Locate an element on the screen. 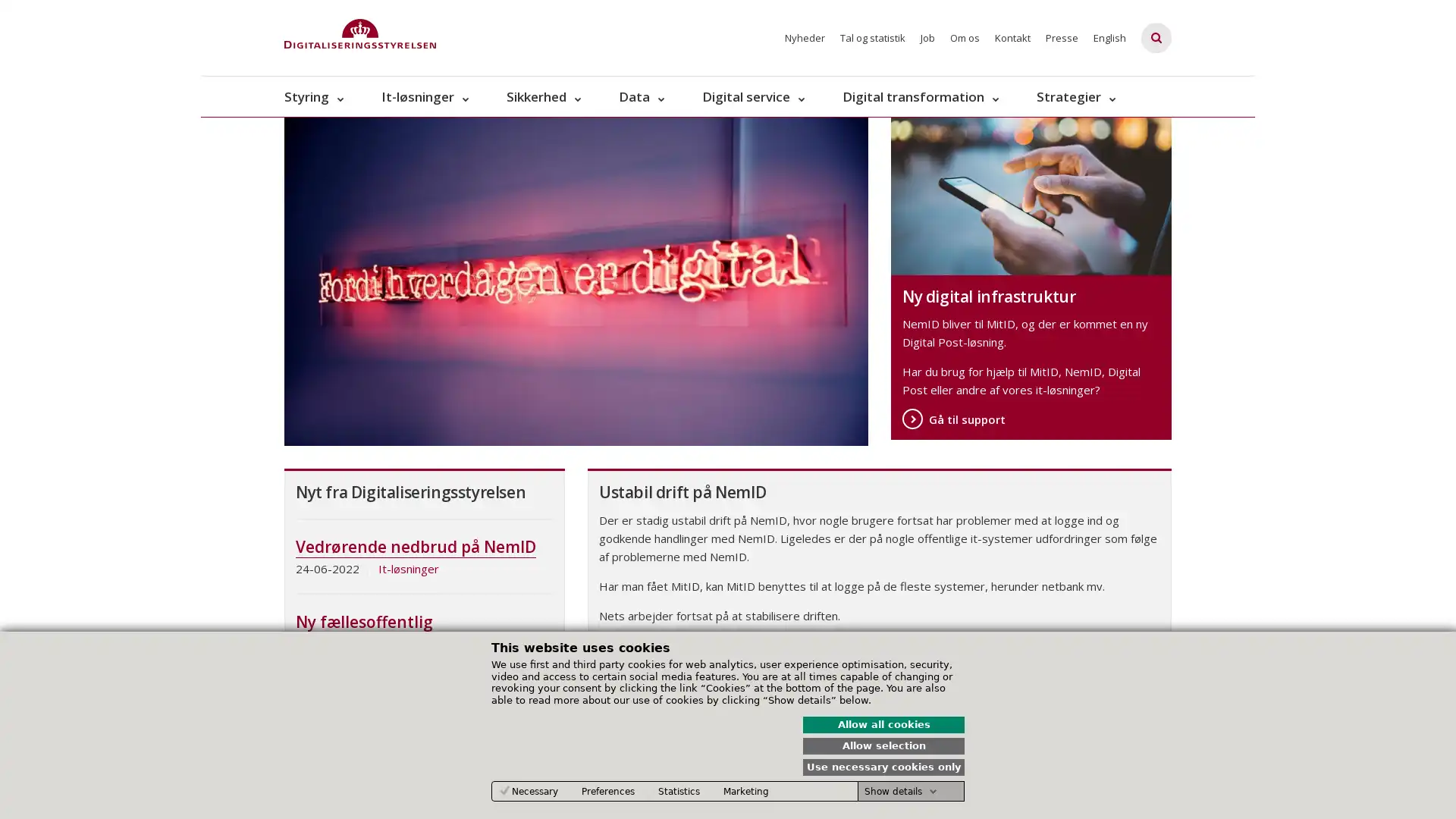  Fold sgefelt ud is located at coordinates (1156, 37).